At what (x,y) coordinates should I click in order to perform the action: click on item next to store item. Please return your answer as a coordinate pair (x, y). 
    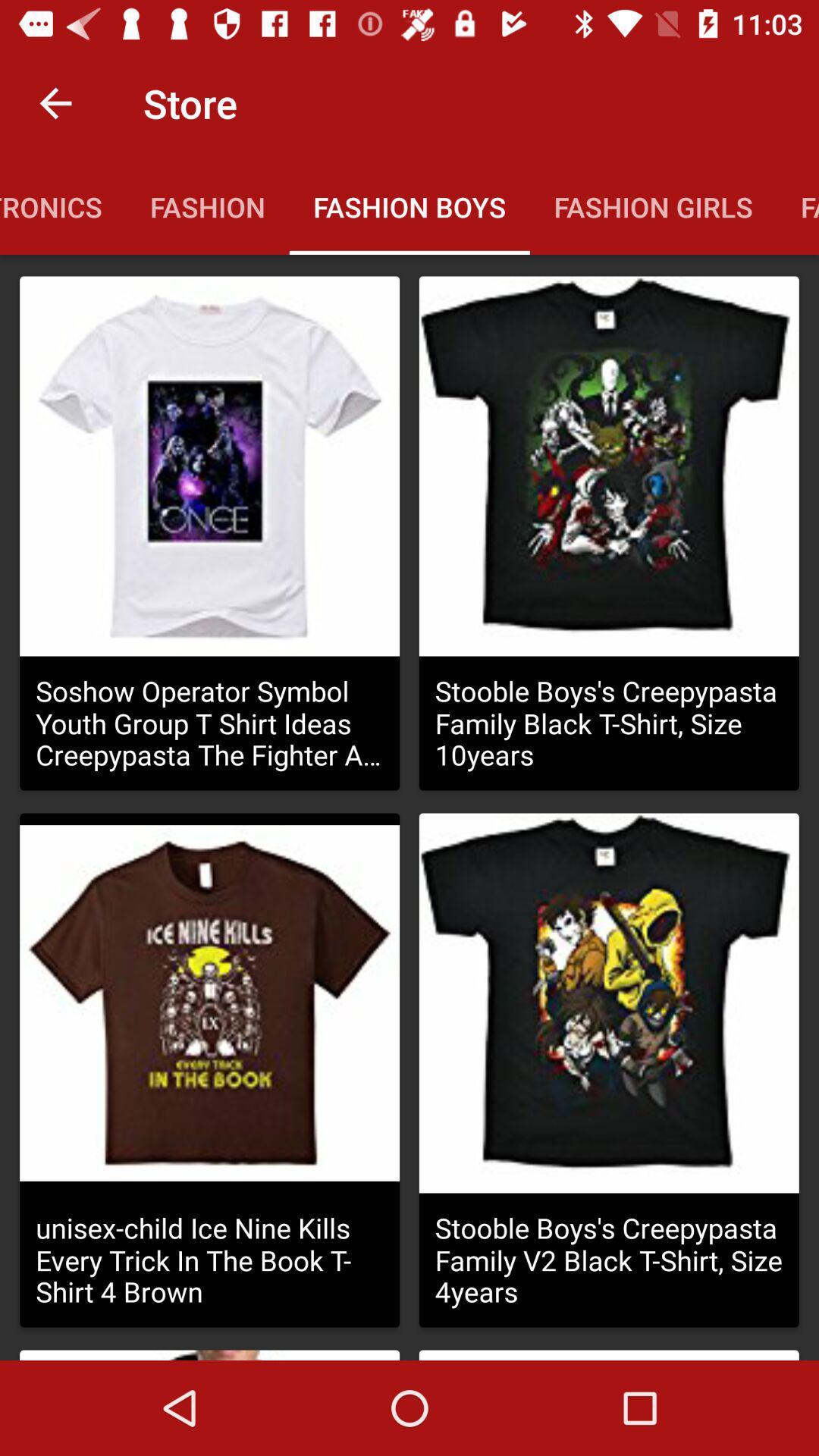
    Looking at the image, I should click on (55, 102).